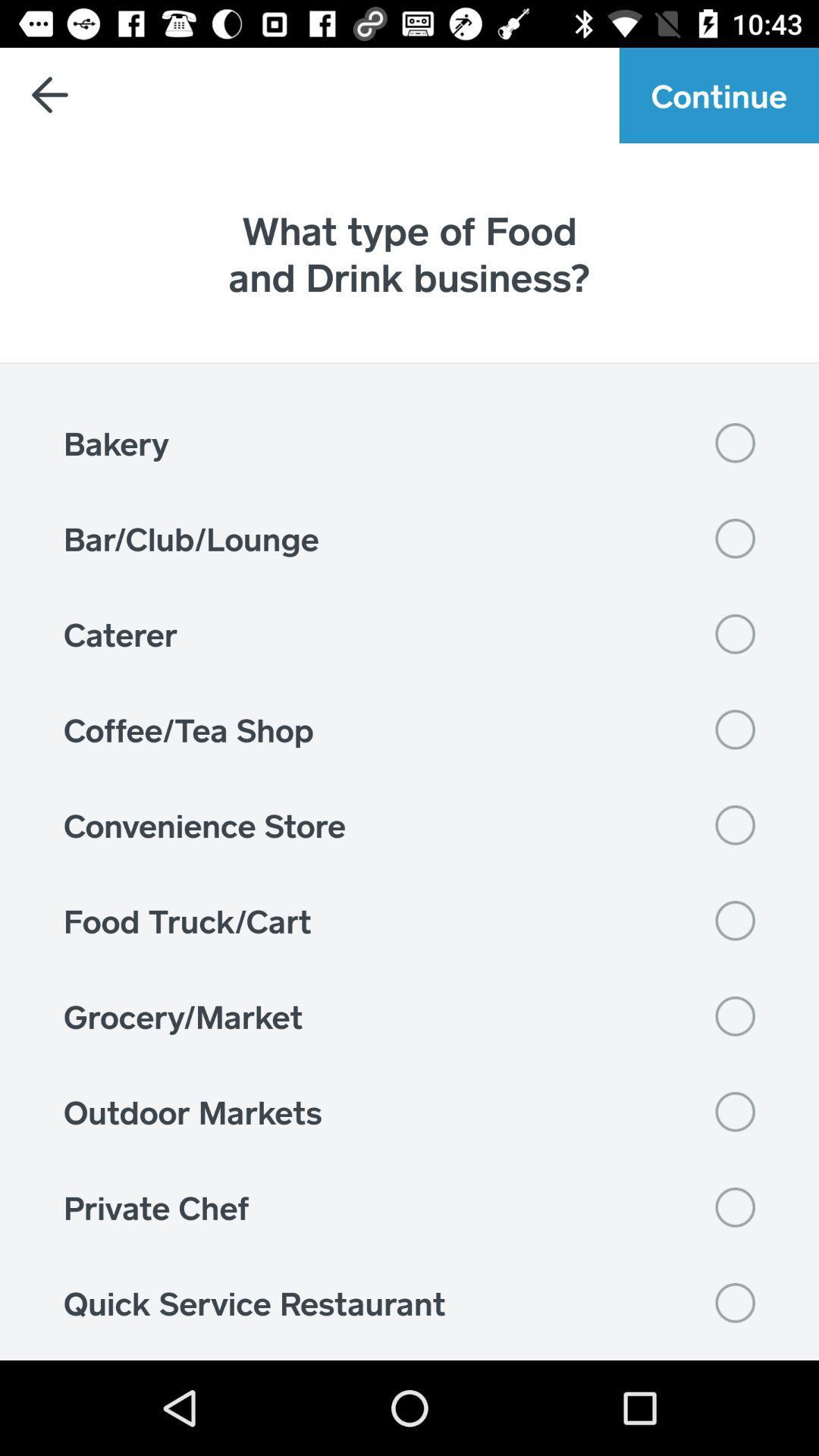 This screenshot has height=1456, width=819. What do you see at coordinates (409, 1207) in the screenshot?
I see `the item above quick service restaurant item` at bounding box center [409, 1207].